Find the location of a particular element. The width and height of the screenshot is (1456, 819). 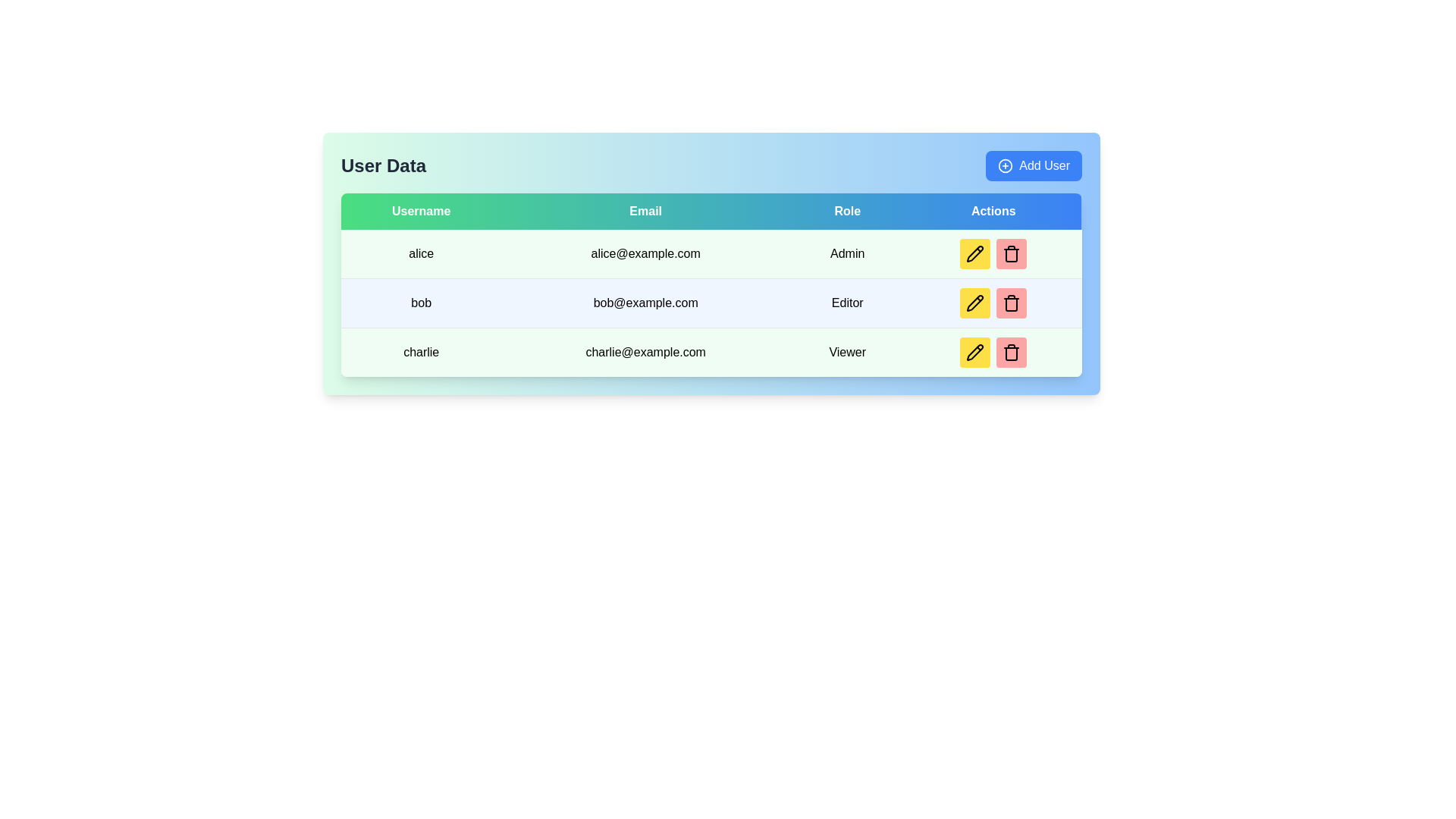

the first row in the User Data table that displays the username 'alice', email 'alice@example.com', and role 'Admin' for additional visuals or actions is located at coordinates (711, 253).